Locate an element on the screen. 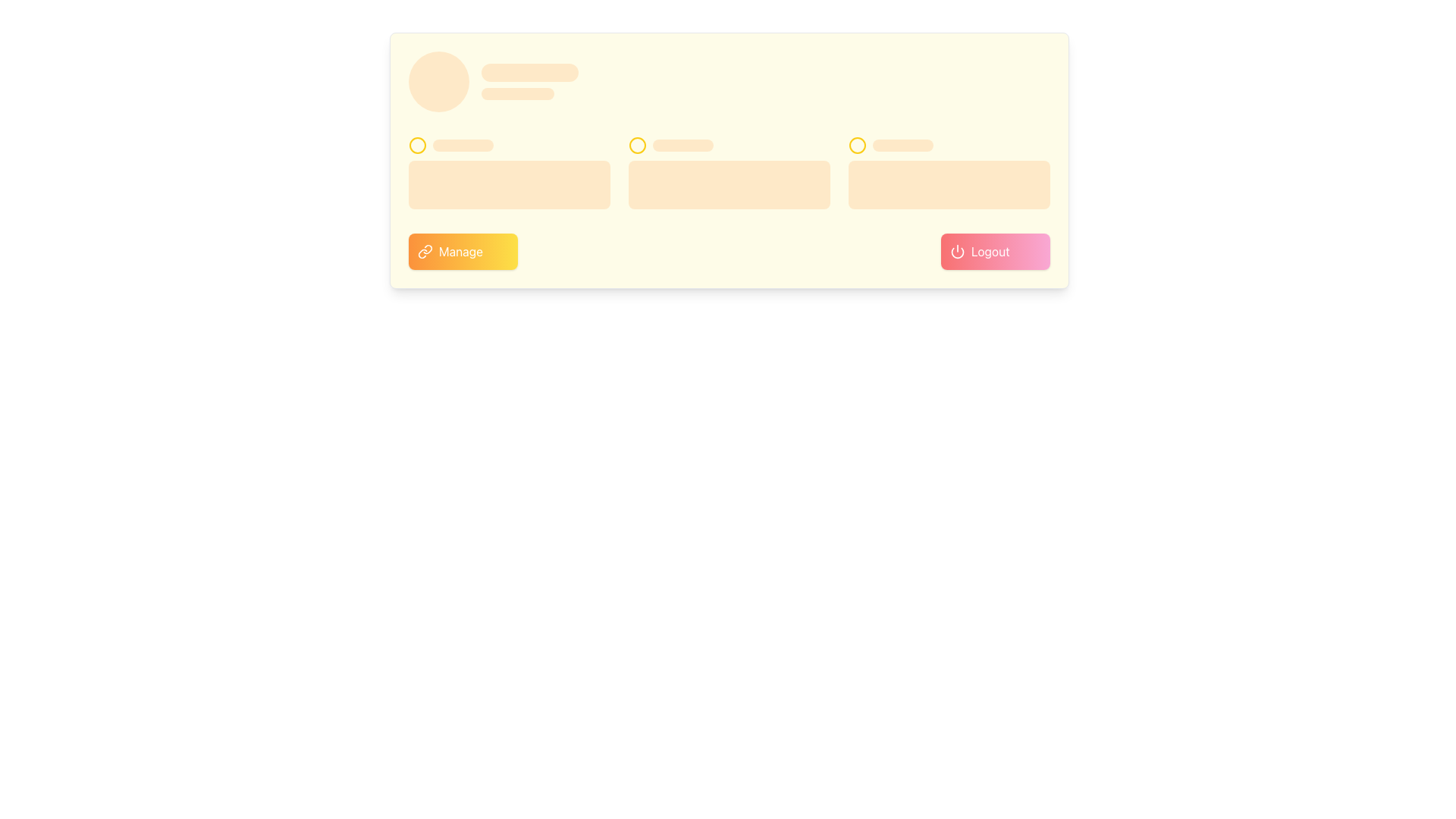 The width and height of the screenshot is (1456, 819). the orange 'Manage' button which encloses the chain link icon is located at coordinates (425, 250).